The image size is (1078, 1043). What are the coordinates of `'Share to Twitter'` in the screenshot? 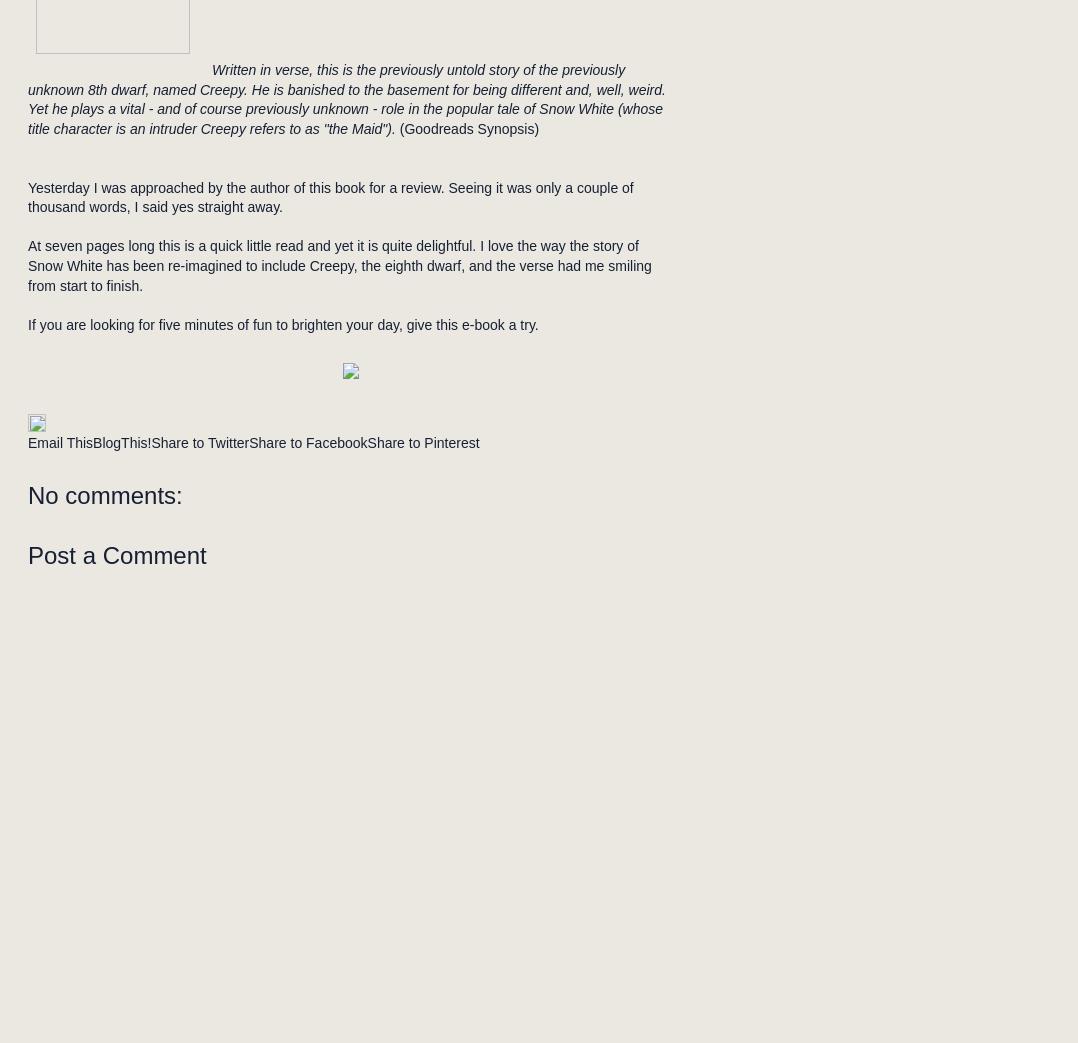 It's located at (199, 442).